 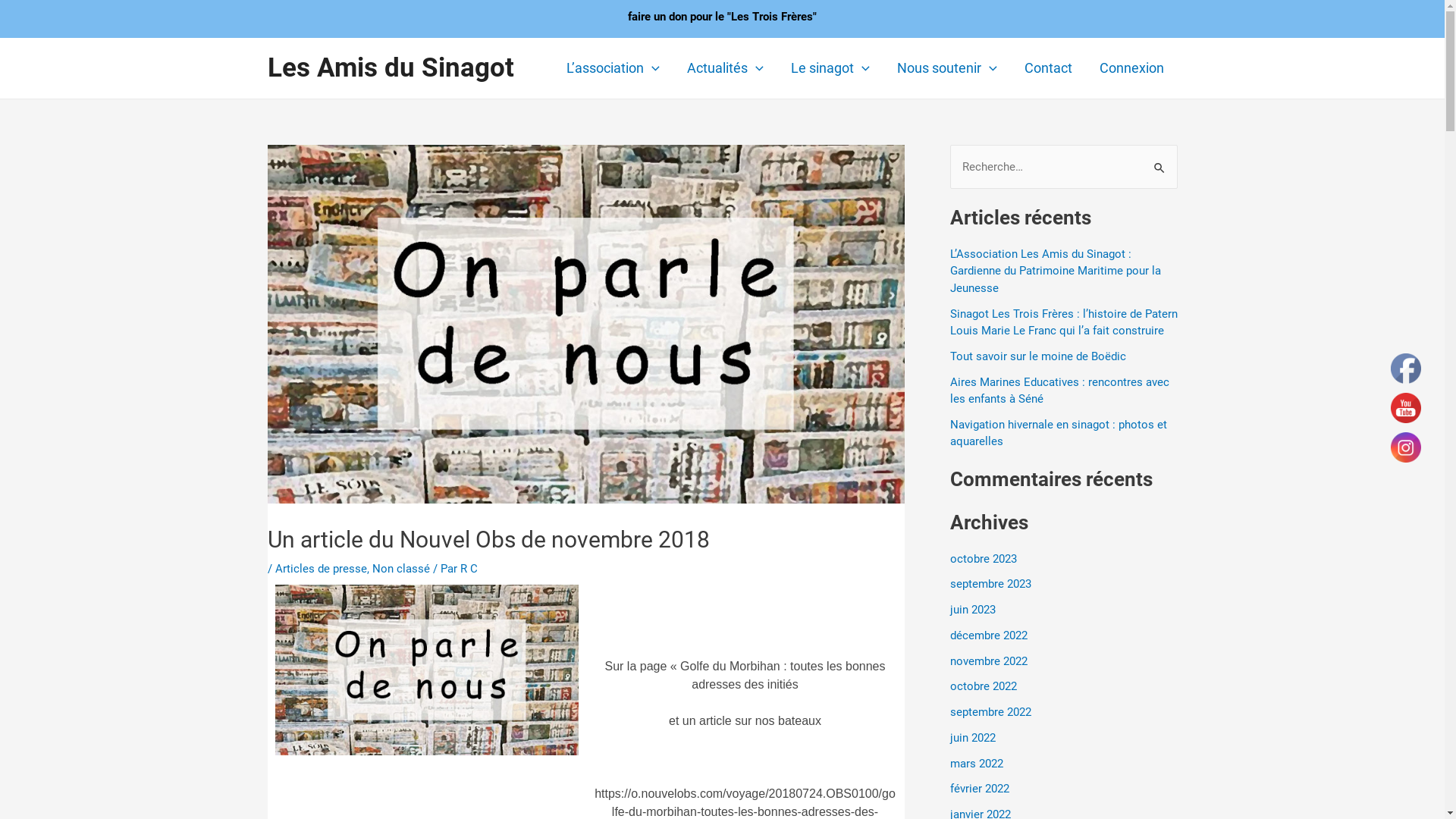 I want to click on 'YouTube', so click(x=1404, y=406).